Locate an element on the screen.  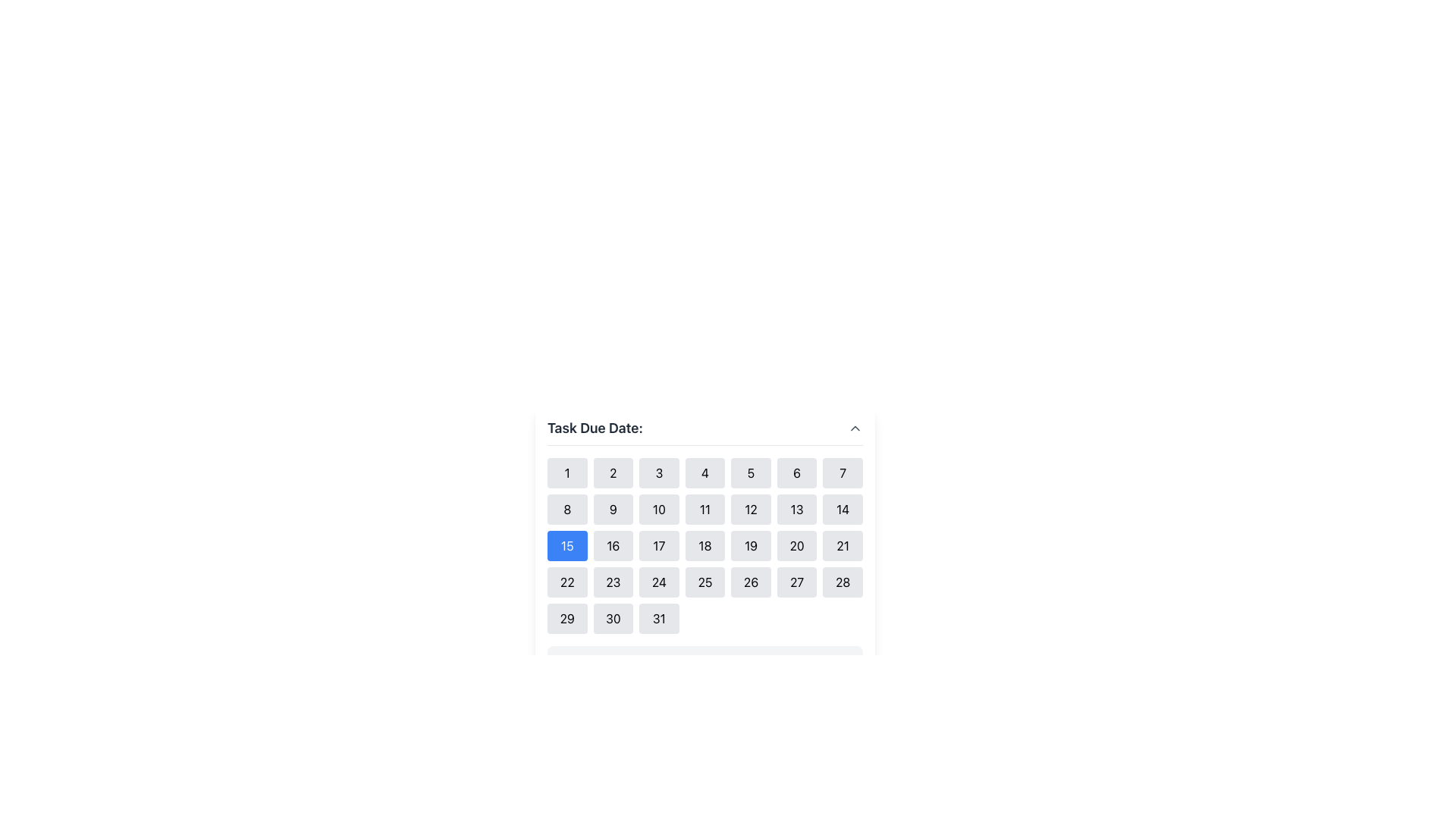
the chevron icon located to the right of the 'Task Due Date:' label is located at coordinates (855, 428).